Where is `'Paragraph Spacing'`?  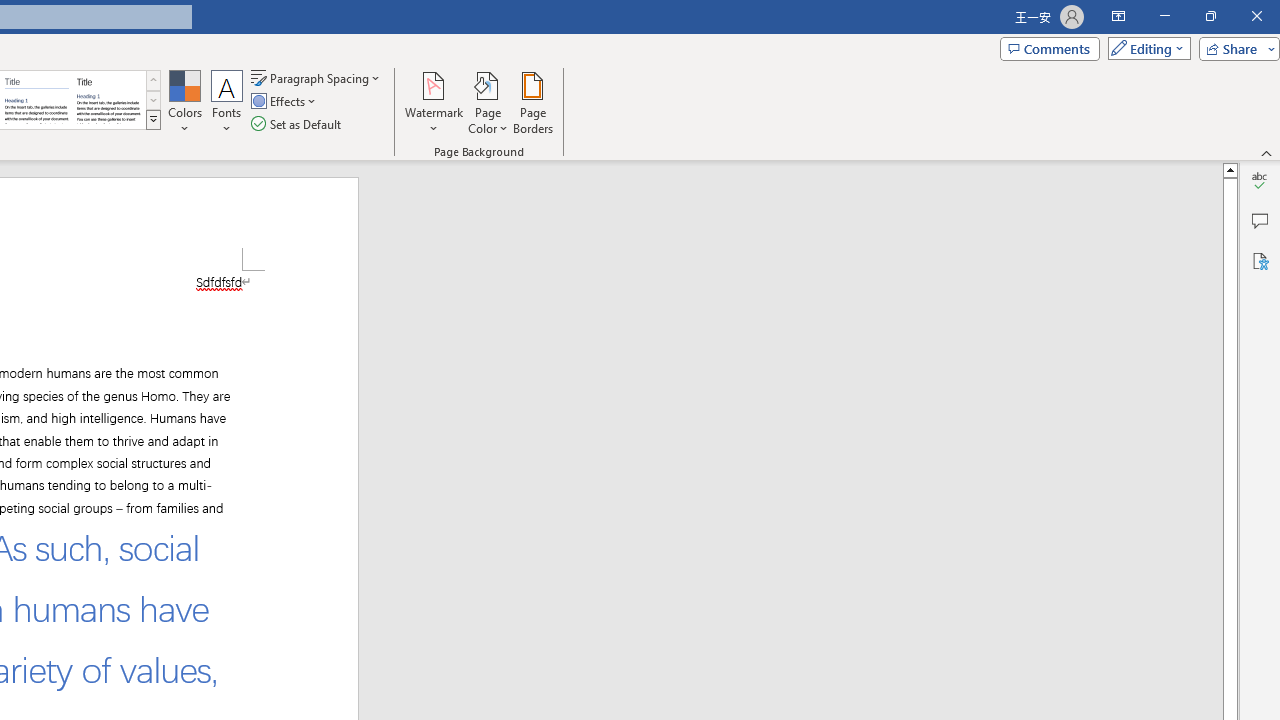 'Paragraph Spacing' is located at coordinates (316, 77).